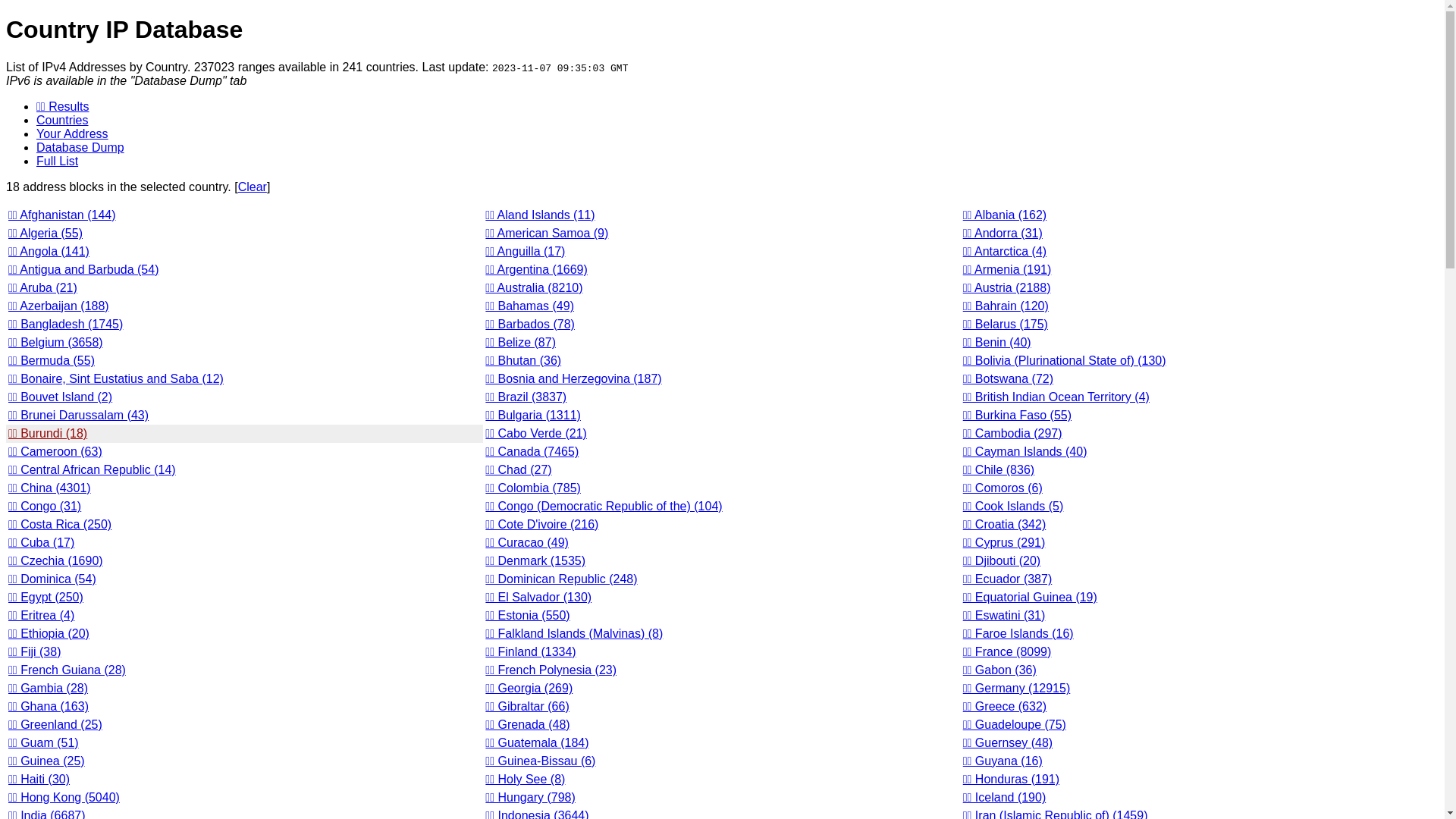 Image resolution: width=1456 pixels, height=819 pixels. I want to click on 'Your Address', so click(71, 133).